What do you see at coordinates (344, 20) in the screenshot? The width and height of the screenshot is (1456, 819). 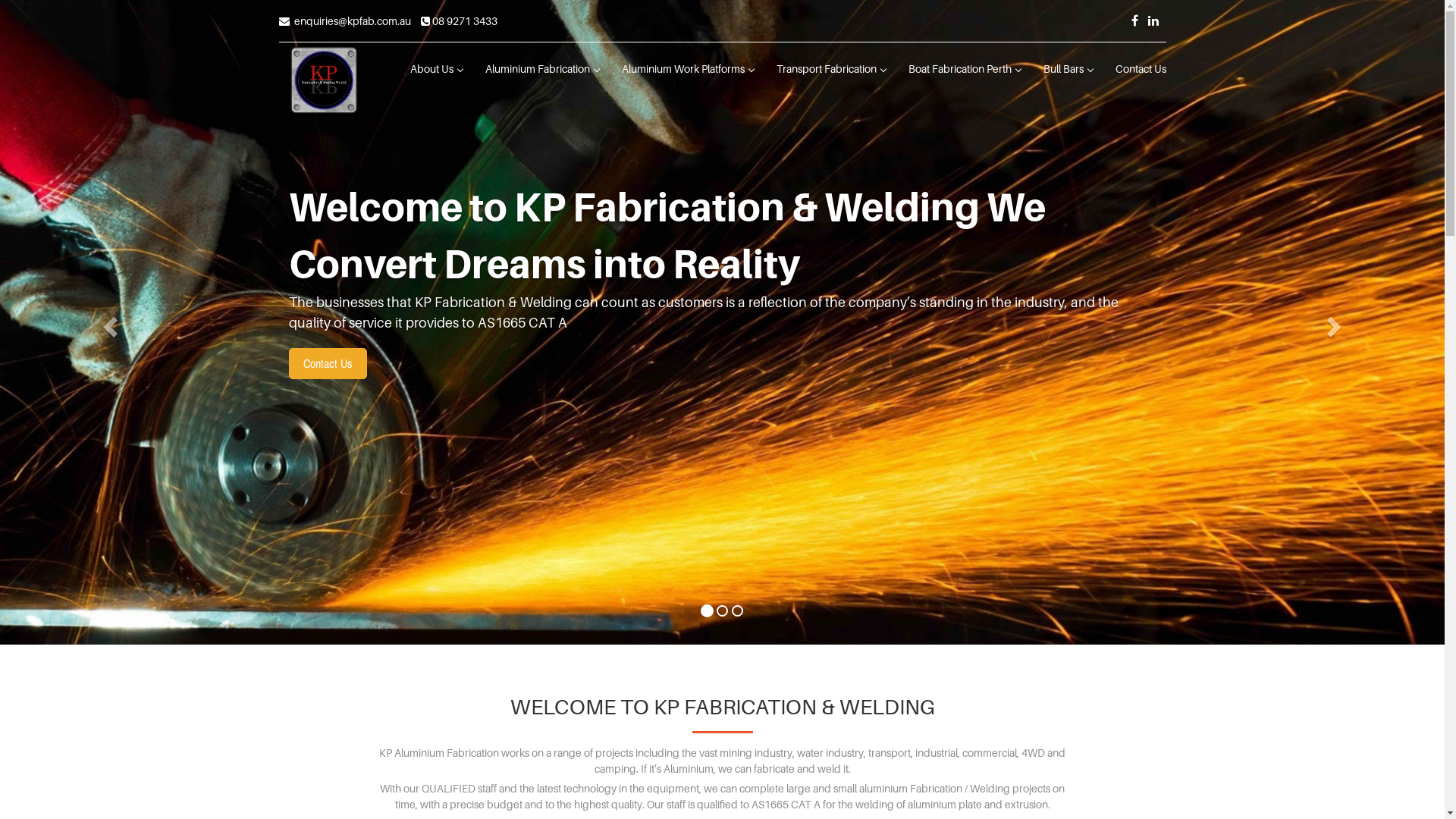 I see `'  enquiries@kpfab.com.au'` at bounding box center [344, 20].